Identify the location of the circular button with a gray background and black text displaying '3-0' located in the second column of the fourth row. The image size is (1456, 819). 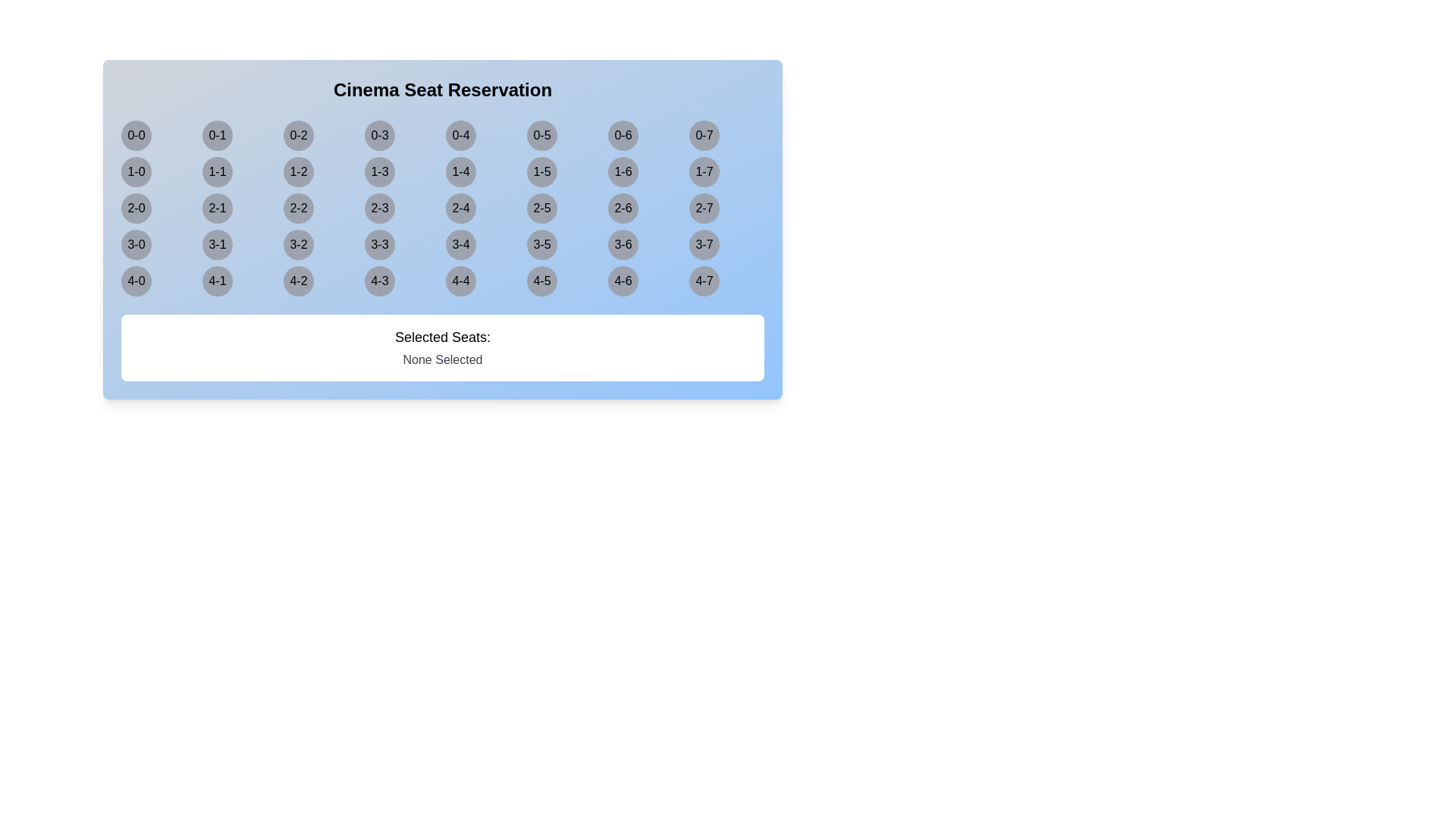
(136, 244).